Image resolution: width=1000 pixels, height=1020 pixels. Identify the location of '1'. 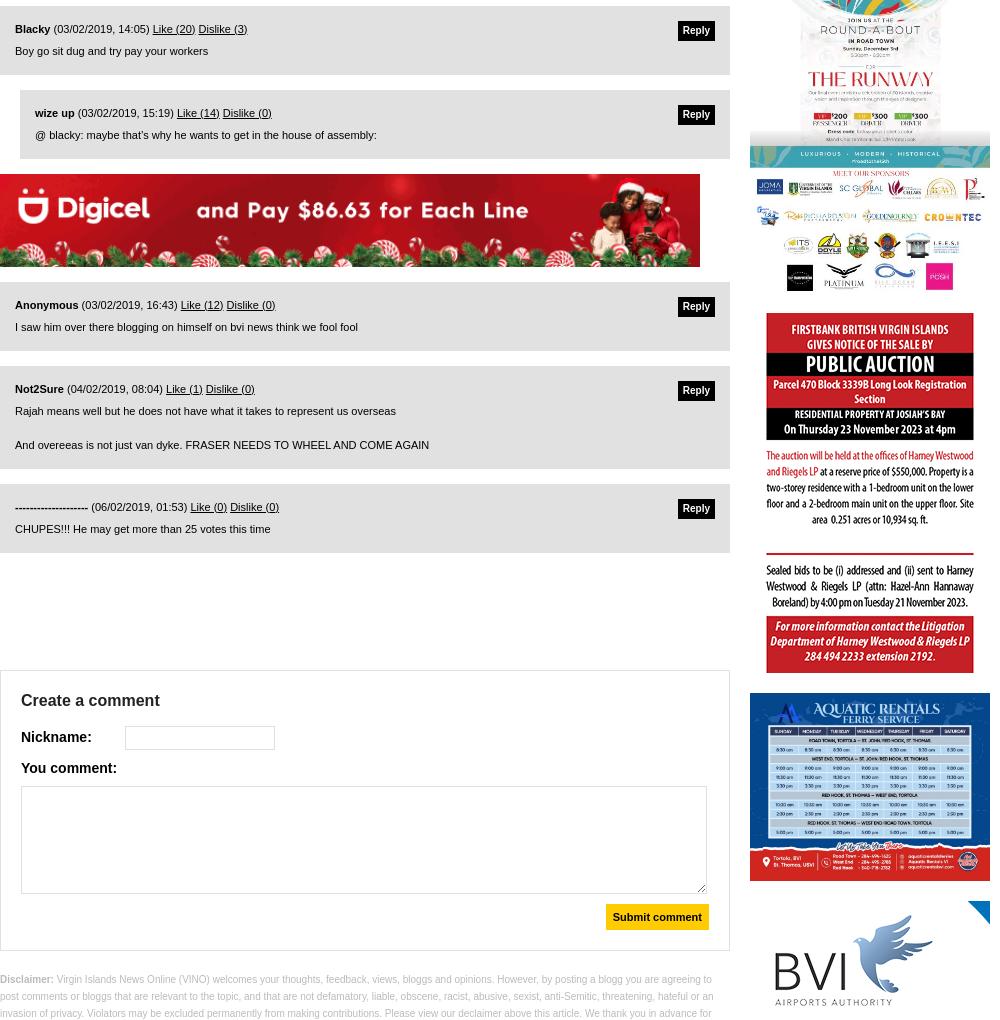
(194, 388).